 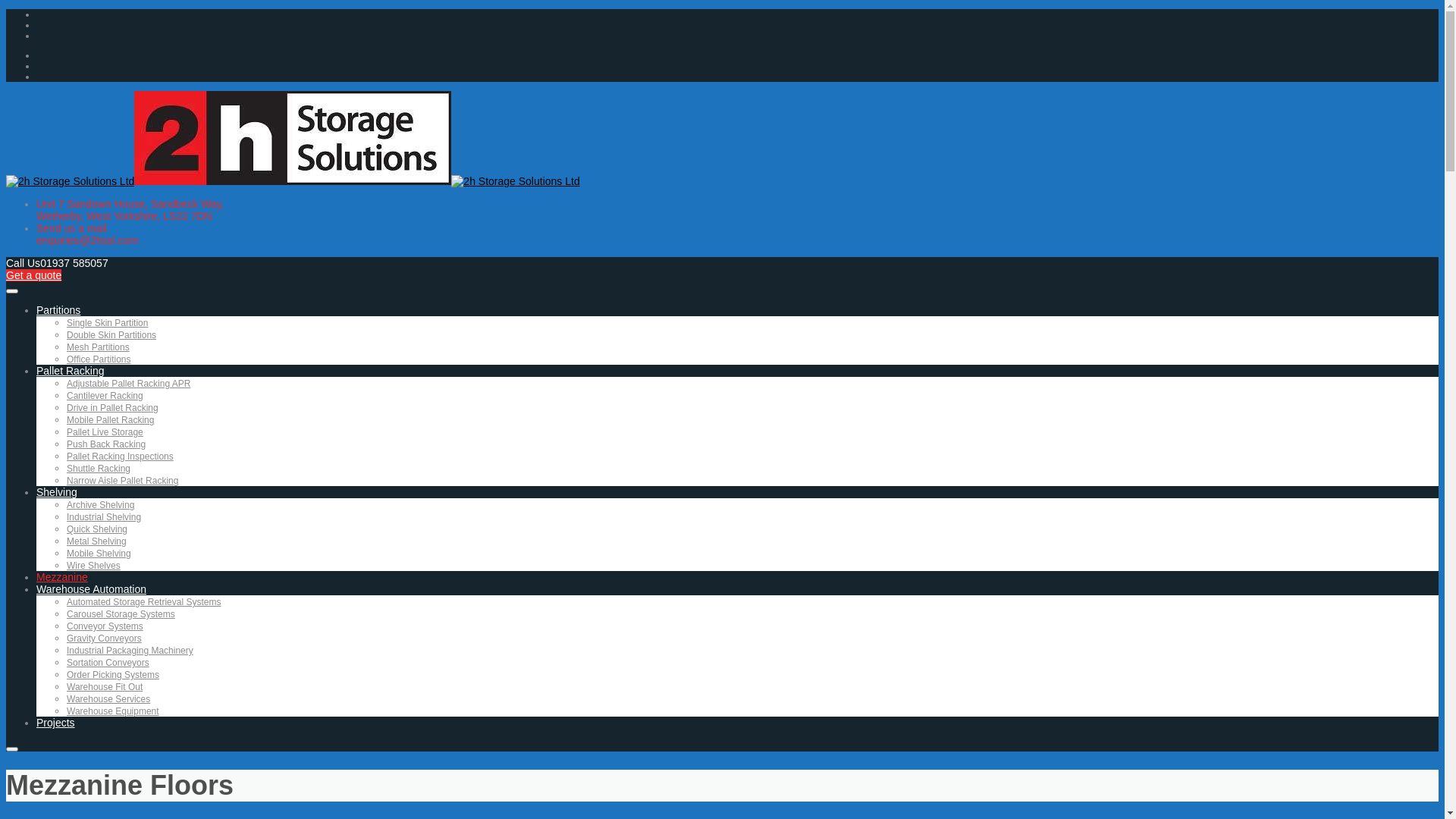 I want to click on 'Narrow Aisle Pallet Racking', so click(x=122, y=480).